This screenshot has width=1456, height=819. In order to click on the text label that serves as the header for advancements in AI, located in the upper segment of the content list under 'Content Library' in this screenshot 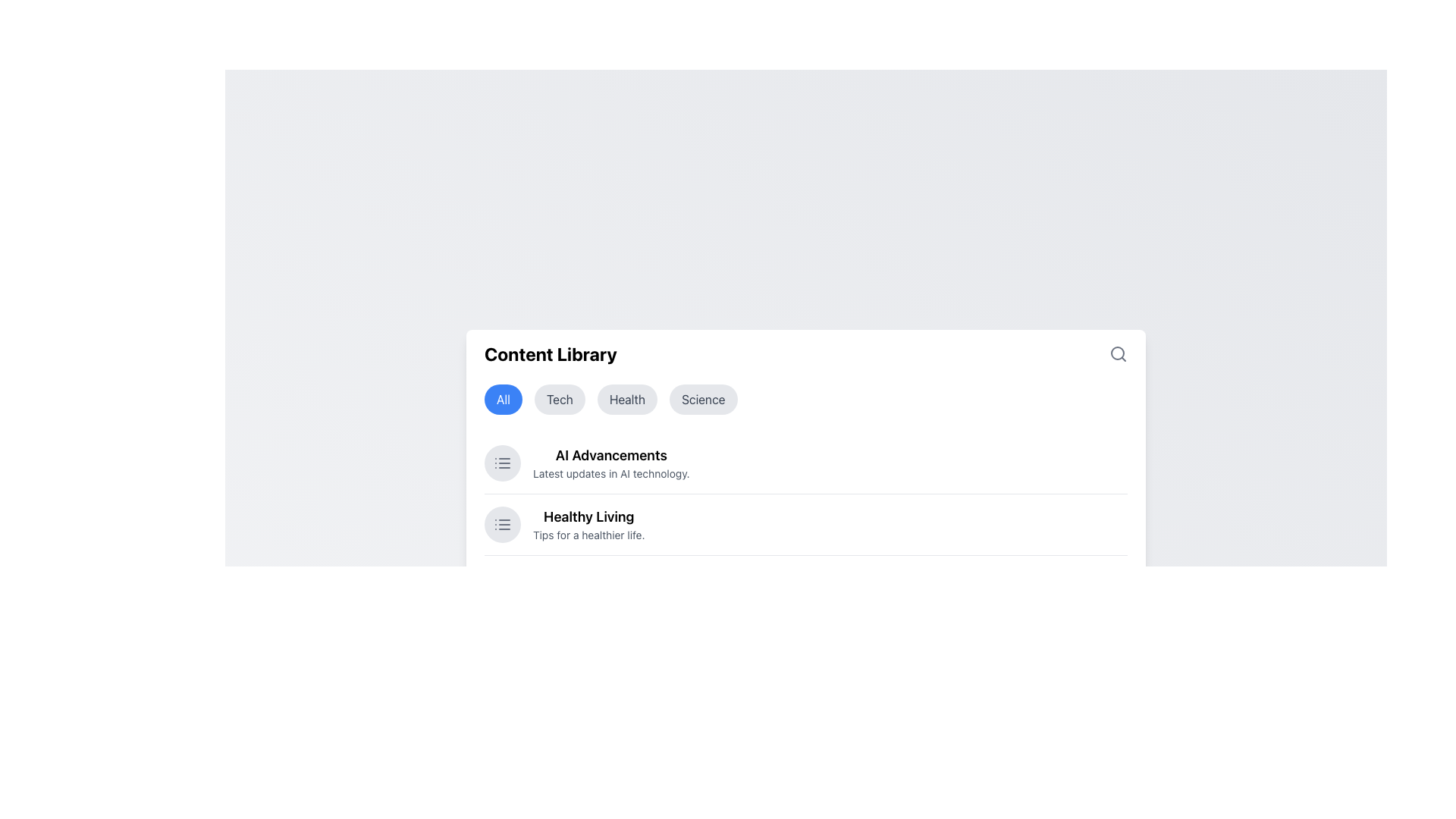, I will do `click(611, 455)`.